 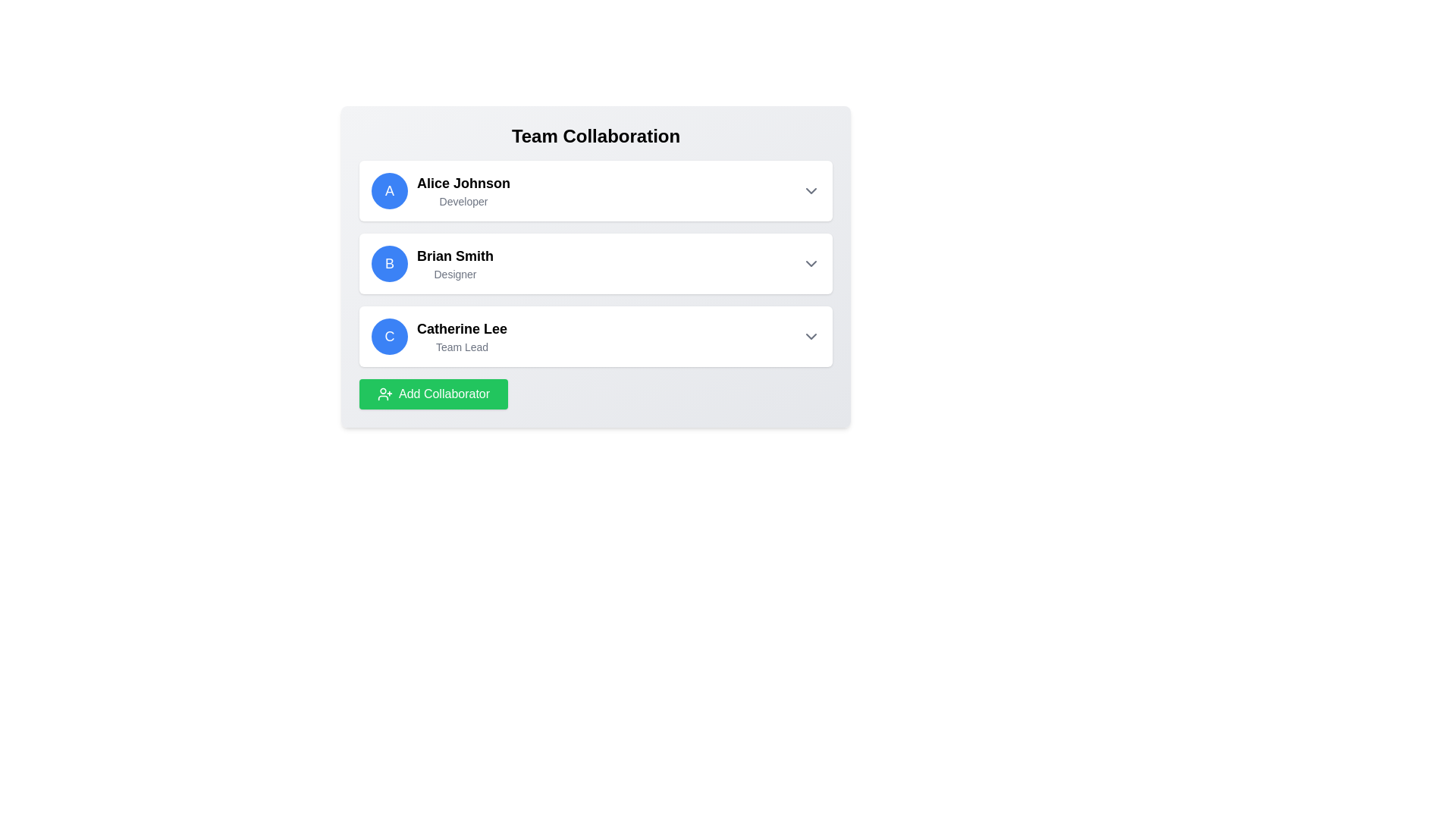 I want to click on text label showing the name 'Brian Smith', which is centrally located in the second row of a list, below 'Alice Johnson' and above 'Catherine Lee', and to the right of a circular blue icon with 'B', so click(x=454, y=256).